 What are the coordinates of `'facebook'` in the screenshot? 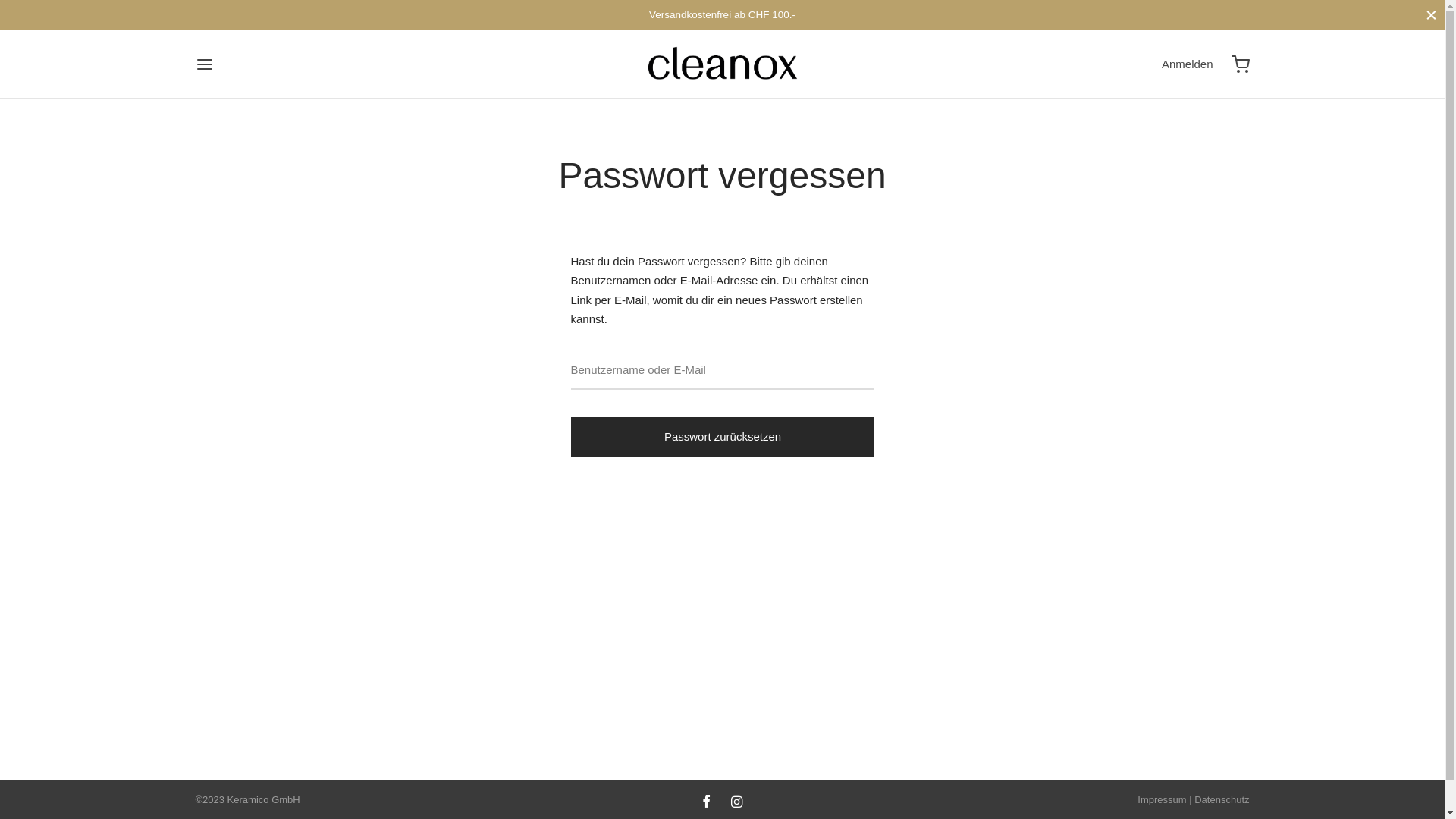 It's located at (705, 802).